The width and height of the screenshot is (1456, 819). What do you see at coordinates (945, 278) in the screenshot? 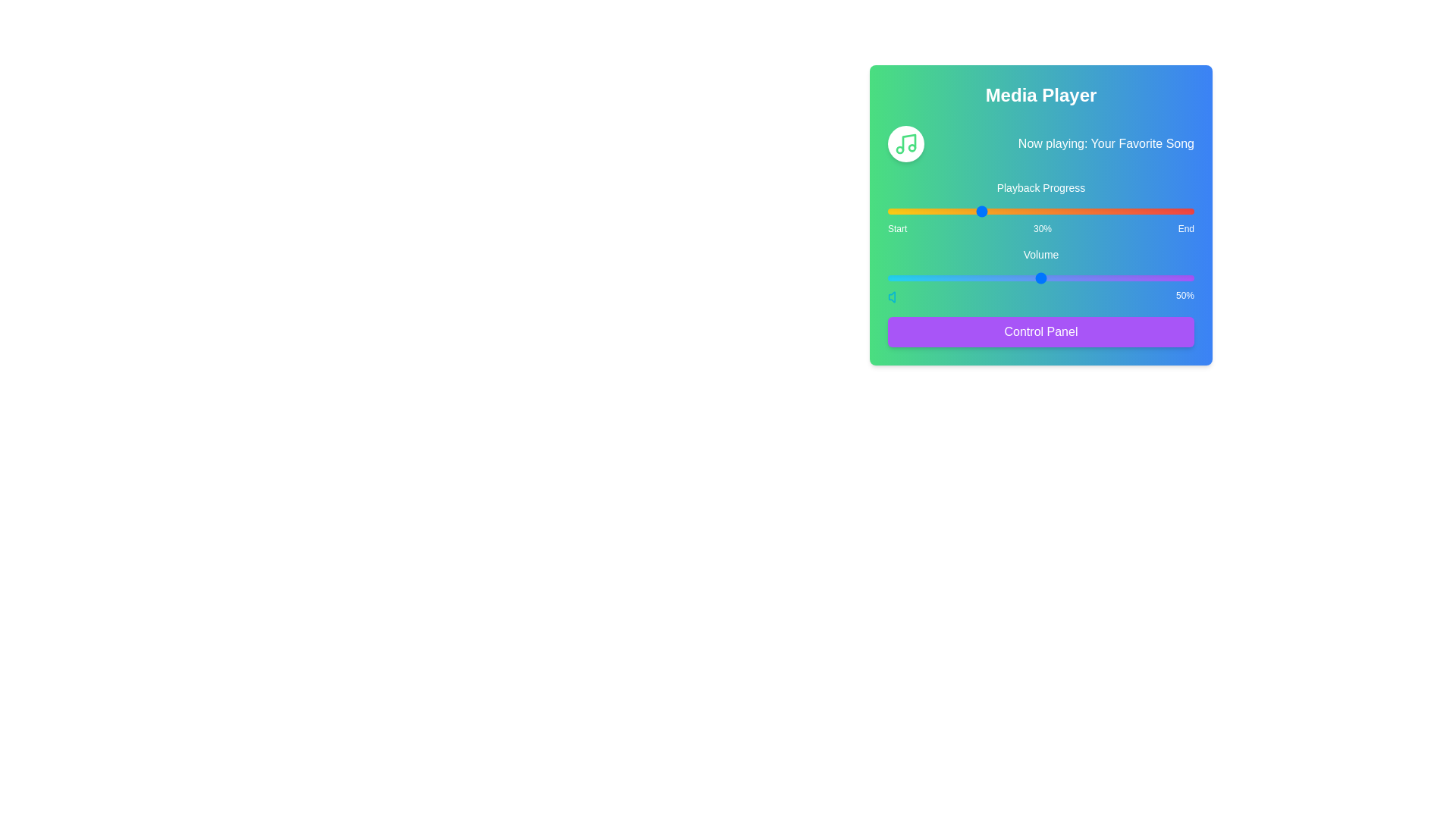
I see `the volume slider to 19%` at bounding box center [945, 278].